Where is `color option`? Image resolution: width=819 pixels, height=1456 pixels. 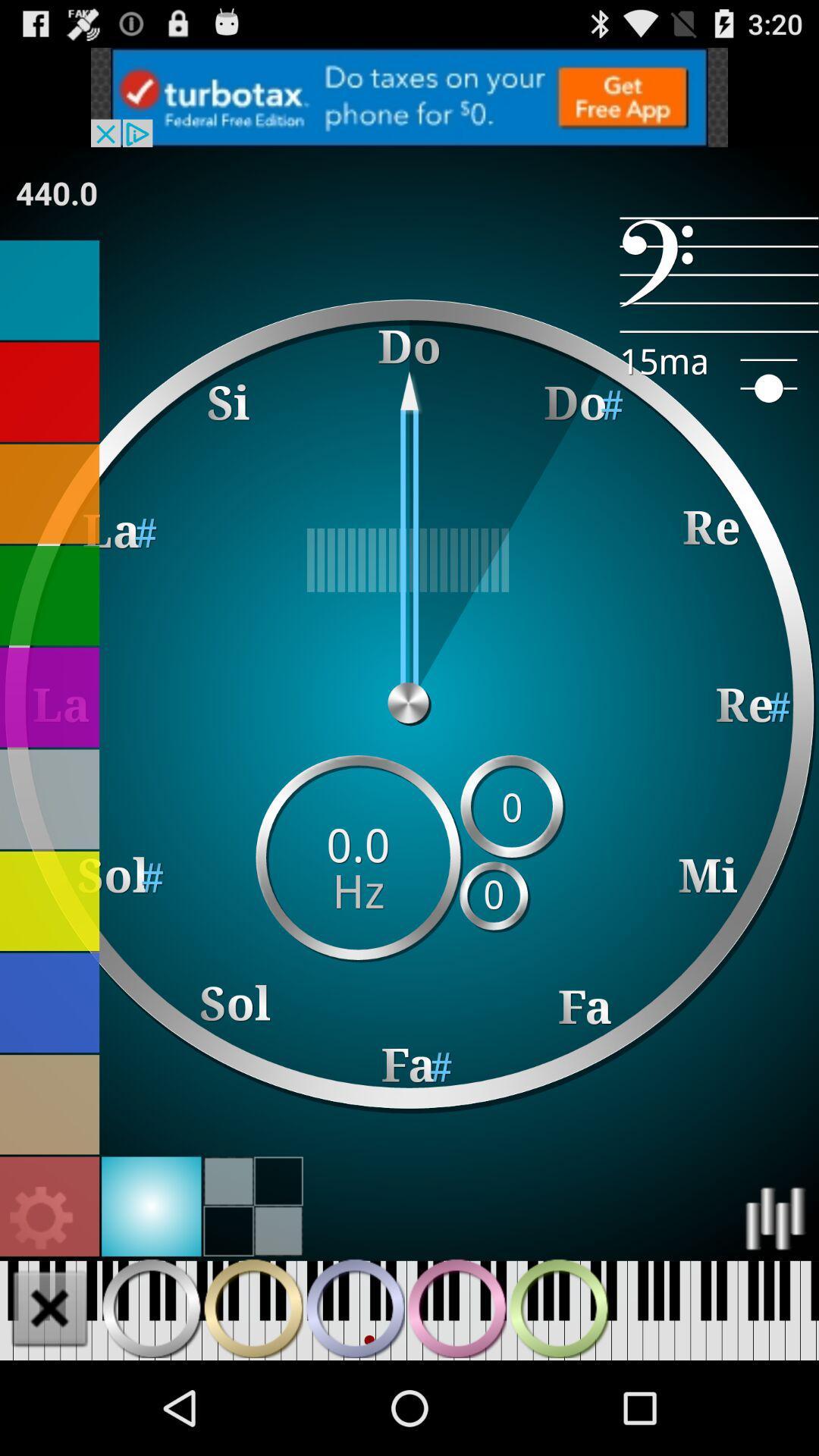
color option is located at coordinates (49, 799).